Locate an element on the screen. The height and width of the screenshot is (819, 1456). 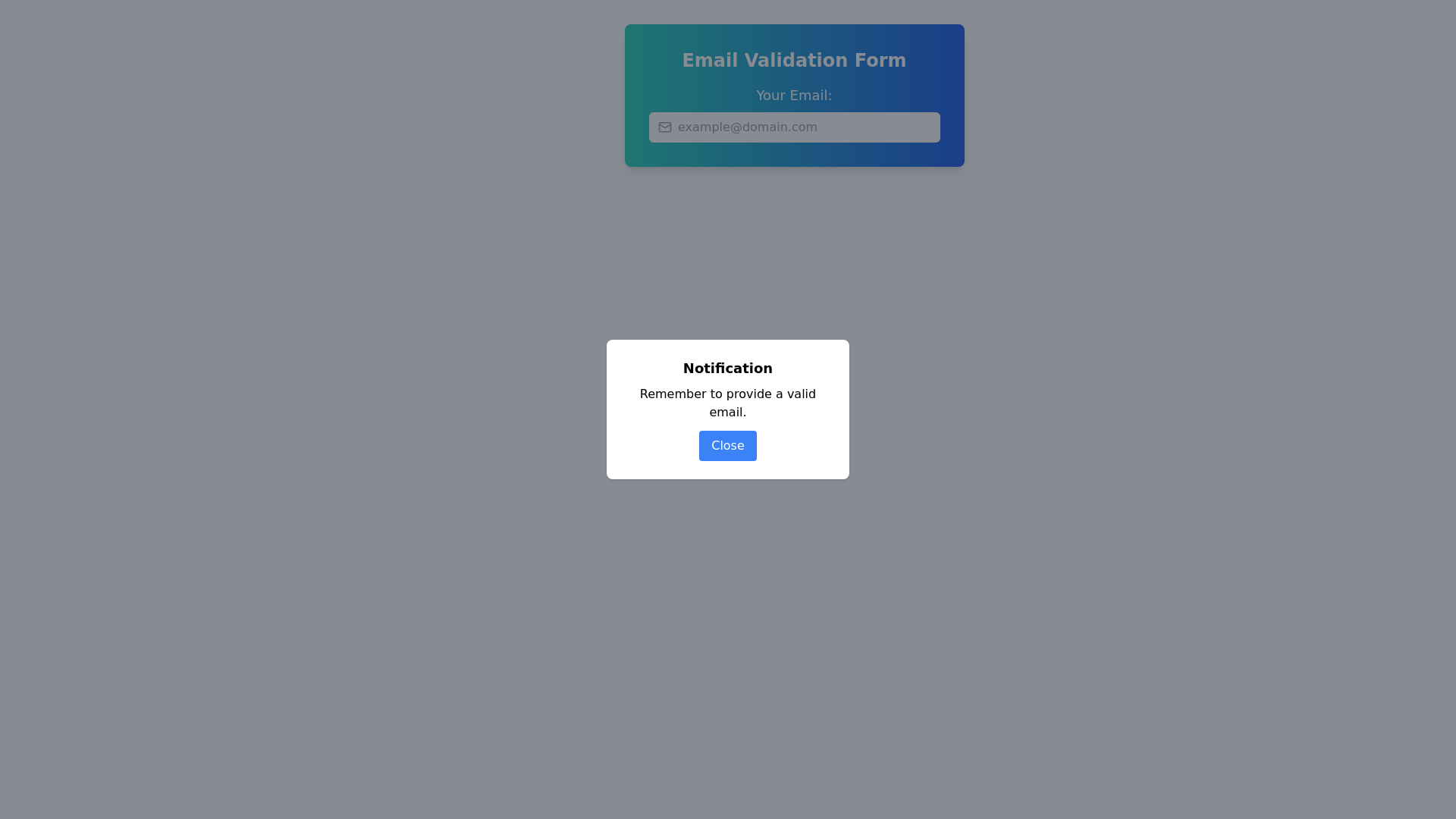
the Text Label that serves as the heading of the notification dialog, located within a white rounded rectangular message box is located at coordinates (728, 369).